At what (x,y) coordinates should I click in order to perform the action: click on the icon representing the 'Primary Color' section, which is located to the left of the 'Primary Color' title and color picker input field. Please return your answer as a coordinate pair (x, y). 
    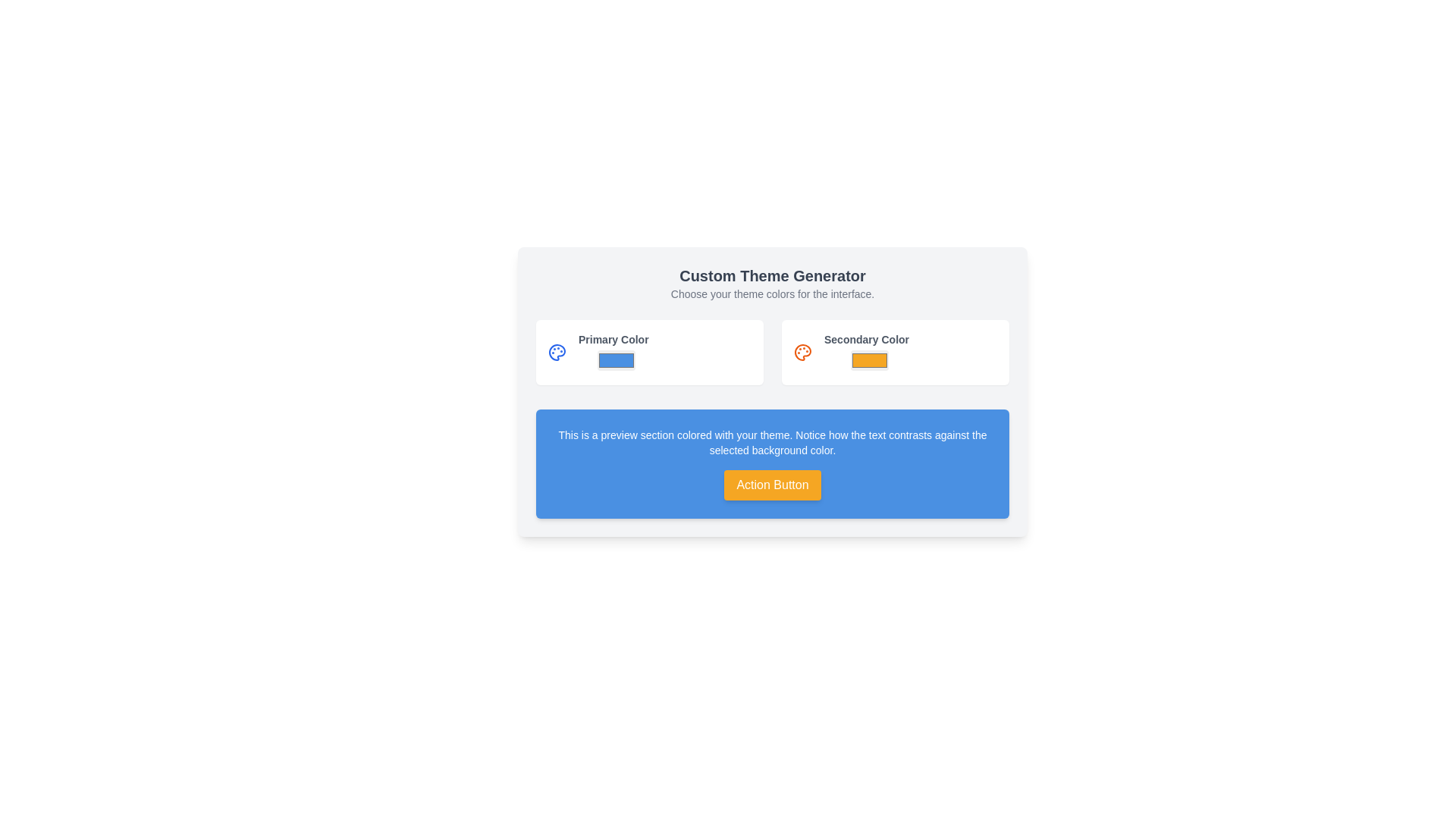
    Looking at the image, I should click on (556, 353).